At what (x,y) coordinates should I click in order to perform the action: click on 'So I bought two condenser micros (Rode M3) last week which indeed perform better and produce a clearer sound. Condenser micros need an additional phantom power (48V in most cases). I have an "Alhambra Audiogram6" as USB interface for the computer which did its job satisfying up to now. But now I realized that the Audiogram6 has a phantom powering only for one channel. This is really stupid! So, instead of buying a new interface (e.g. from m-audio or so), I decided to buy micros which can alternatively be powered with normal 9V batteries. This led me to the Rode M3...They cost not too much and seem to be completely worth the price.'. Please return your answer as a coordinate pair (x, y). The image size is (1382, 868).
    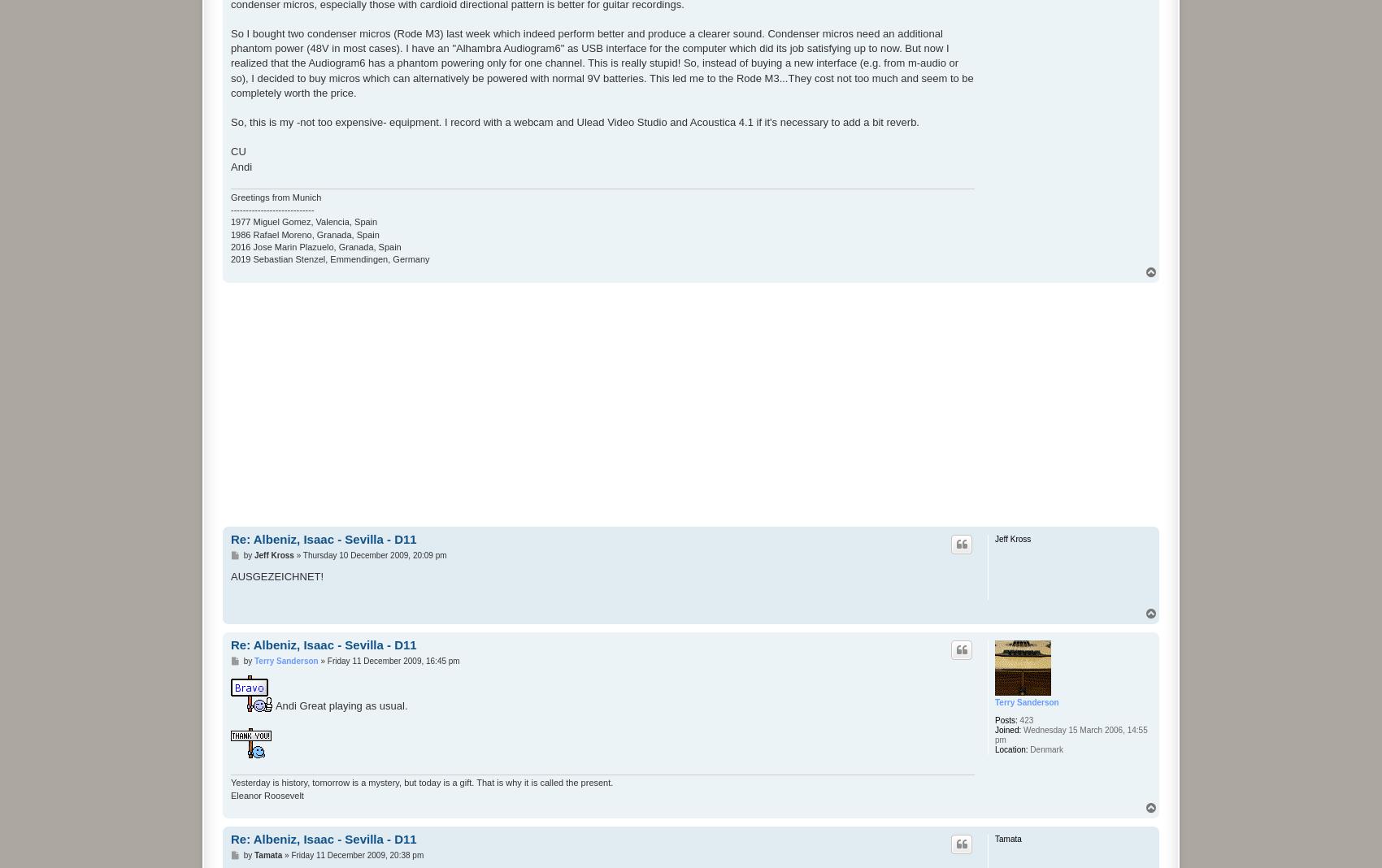
    Looking at the image, I should click on (602, 62).